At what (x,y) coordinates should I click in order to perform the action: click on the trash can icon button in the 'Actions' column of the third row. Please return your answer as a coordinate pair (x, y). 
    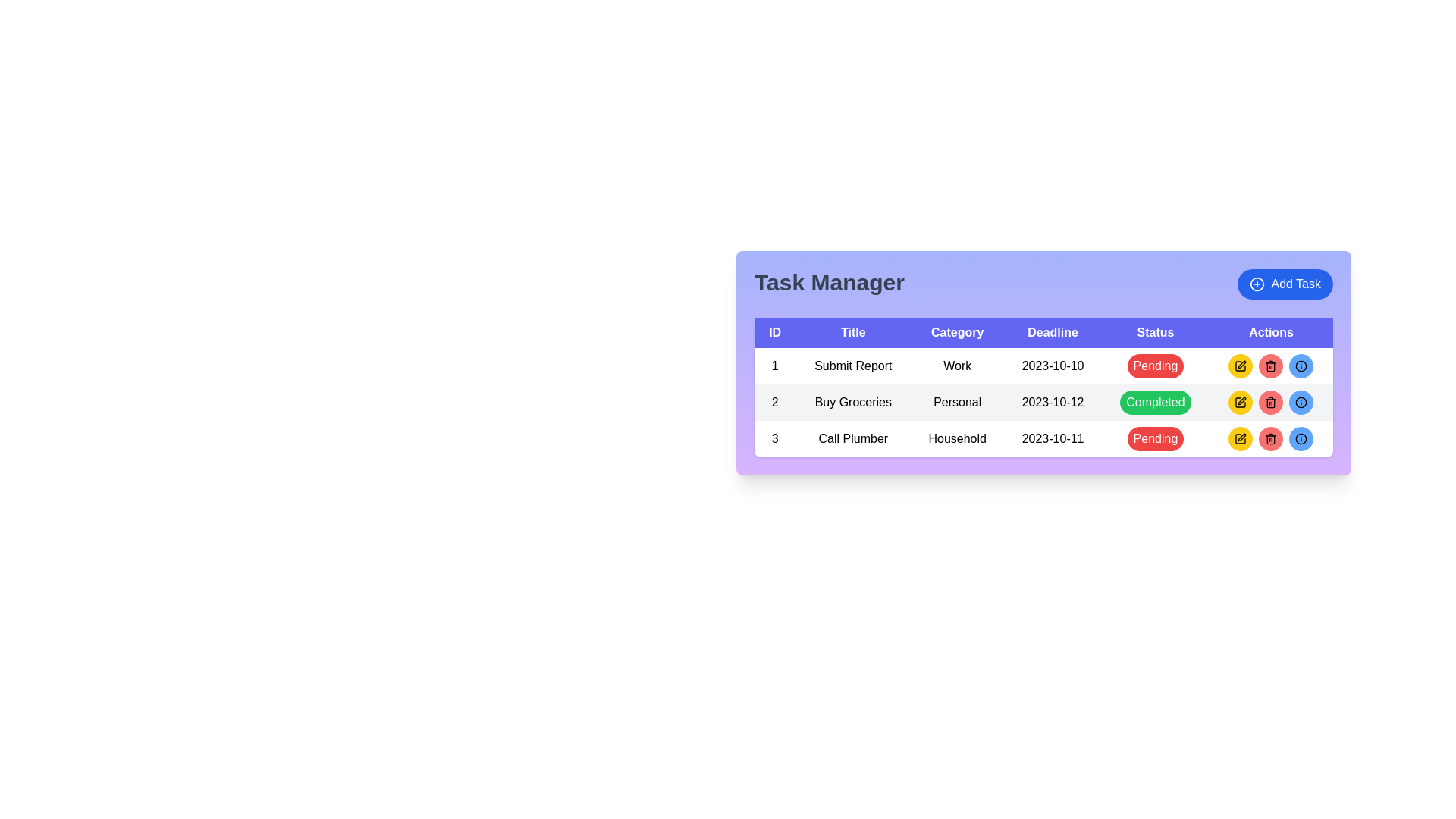
    Looking at the image, I should click on (1271, 438).